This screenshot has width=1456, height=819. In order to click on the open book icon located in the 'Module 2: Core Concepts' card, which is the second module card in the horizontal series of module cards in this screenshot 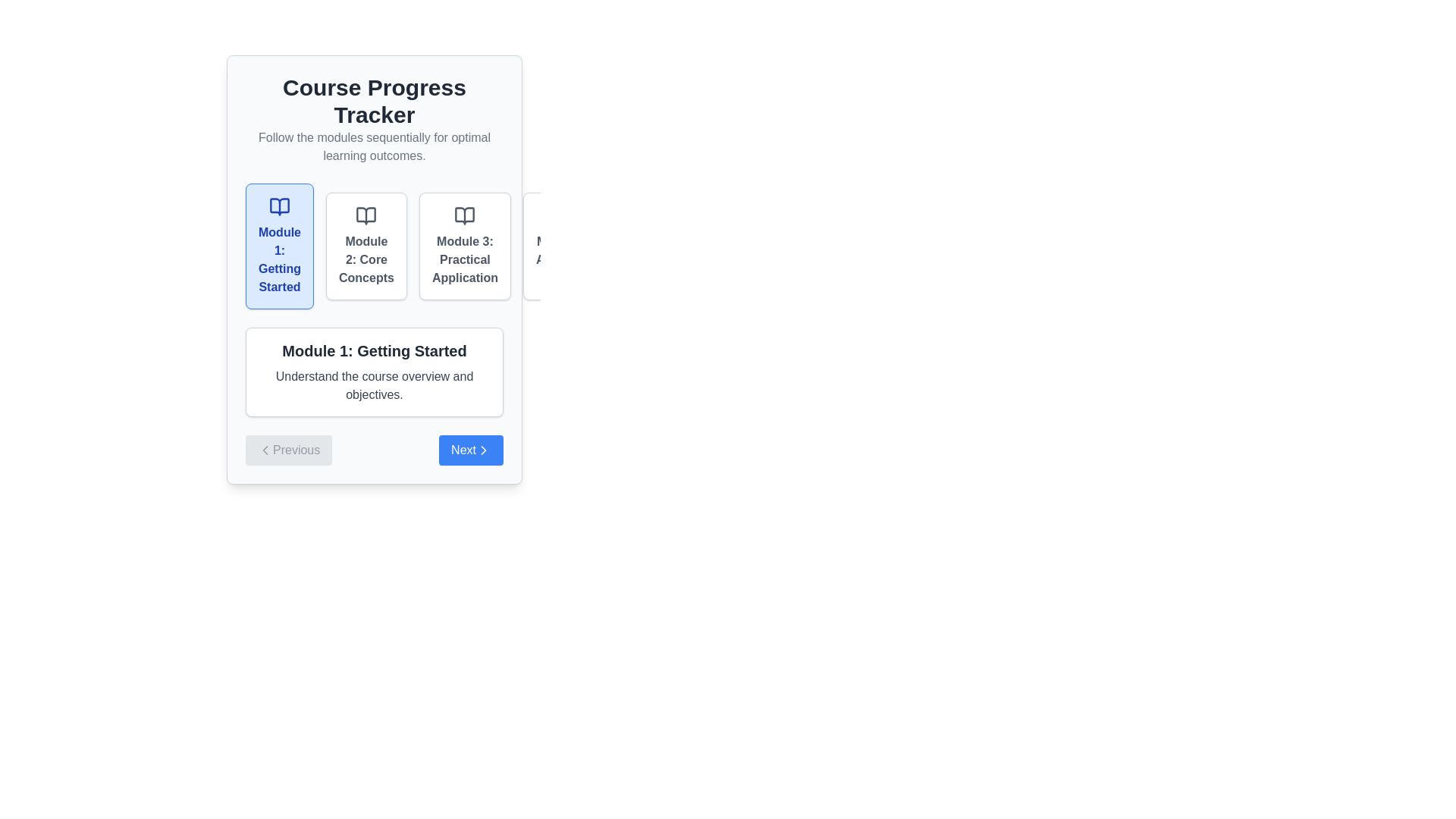, I will do `click(366, 216)`.